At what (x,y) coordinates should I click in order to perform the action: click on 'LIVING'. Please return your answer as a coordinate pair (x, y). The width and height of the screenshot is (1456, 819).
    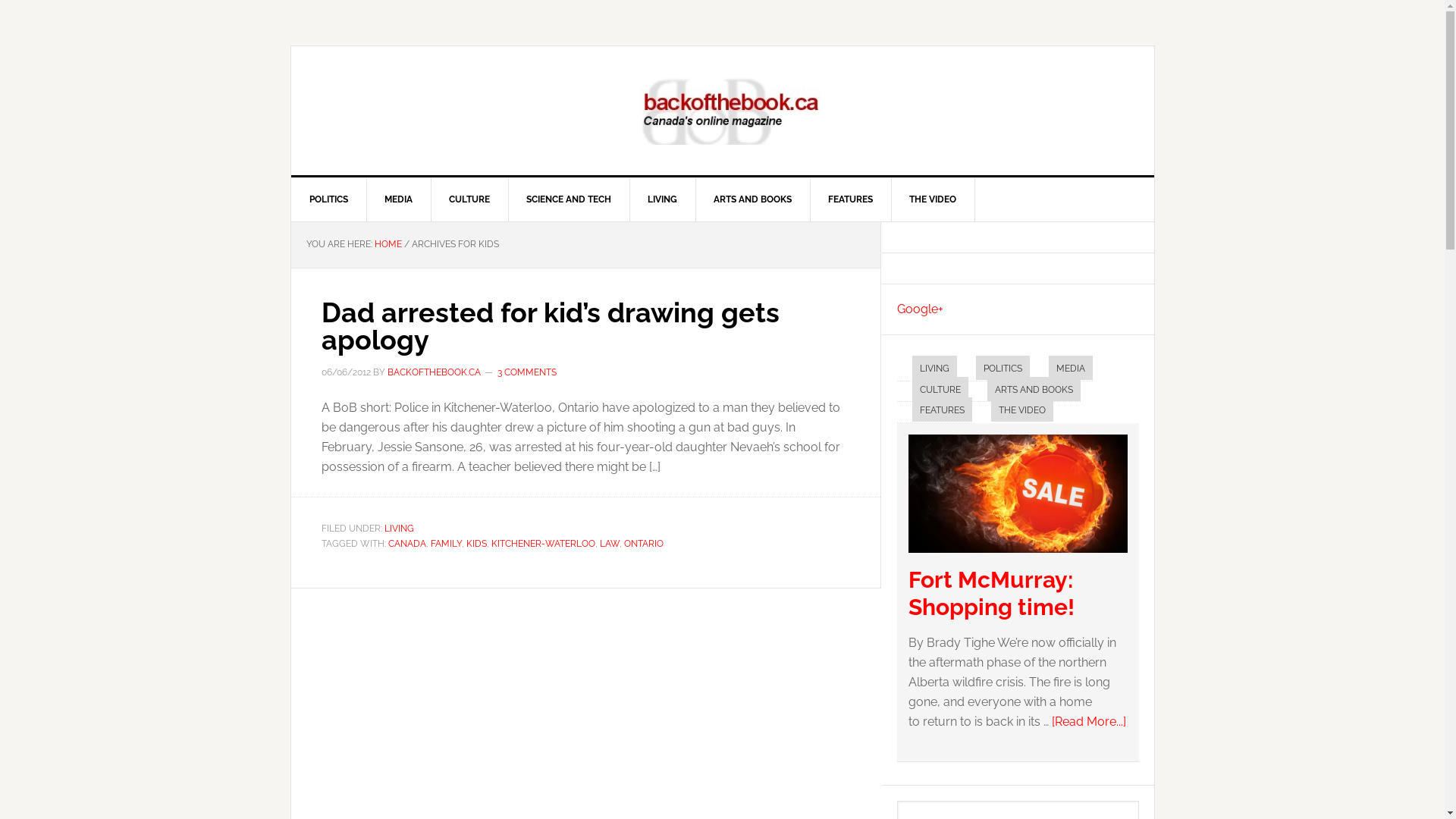
    Looking at the image, I should click on (910, 368).